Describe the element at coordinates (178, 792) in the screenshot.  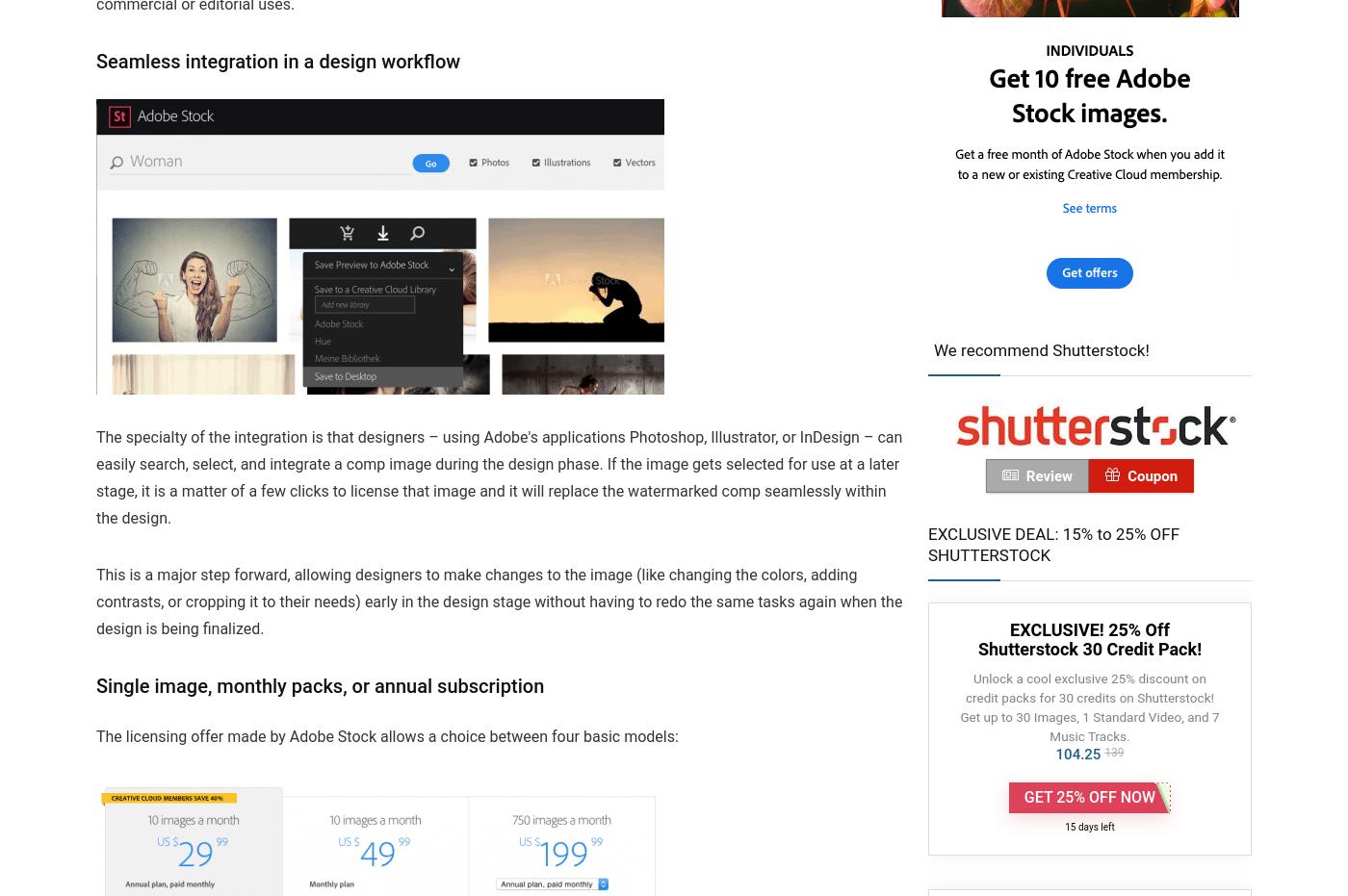
I see `'How this site works…'` at that location.